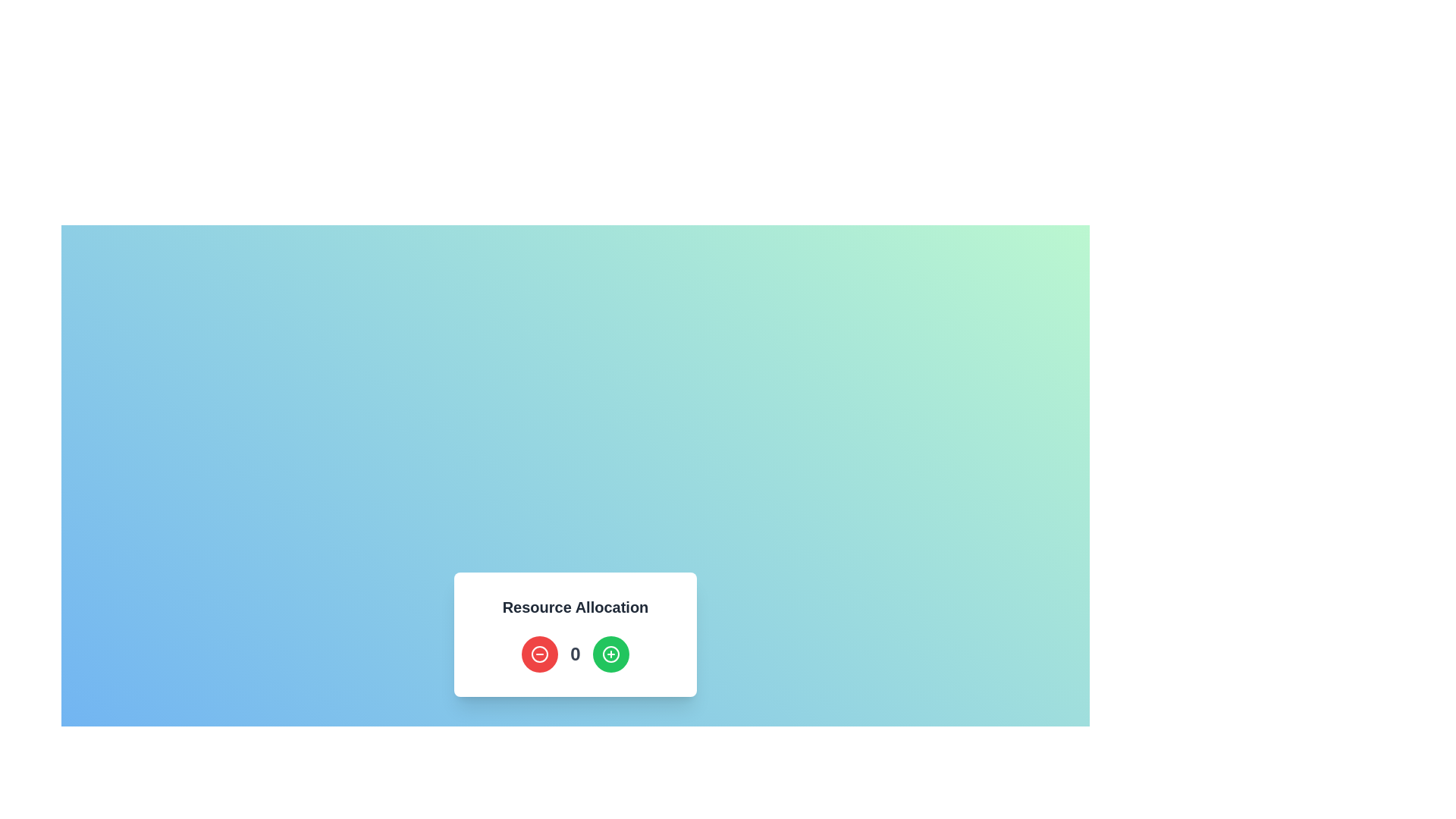 The image size is (1456, 819). Describe the element at coordinates (574, 654) in the screenshot. I see `the bold gray numeric display located between the red circular button on the left and the green circular button on the right` at that location.